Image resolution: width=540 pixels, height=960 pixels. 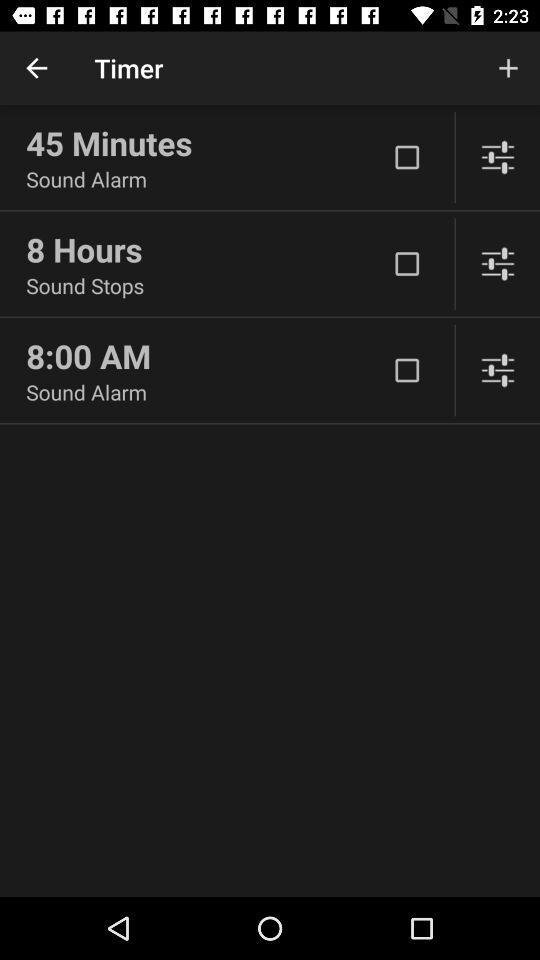 What do you see at coordinates (205, 356) in the screenshot?
I see `icon above sound alarm` at bounding box center [205, 356].